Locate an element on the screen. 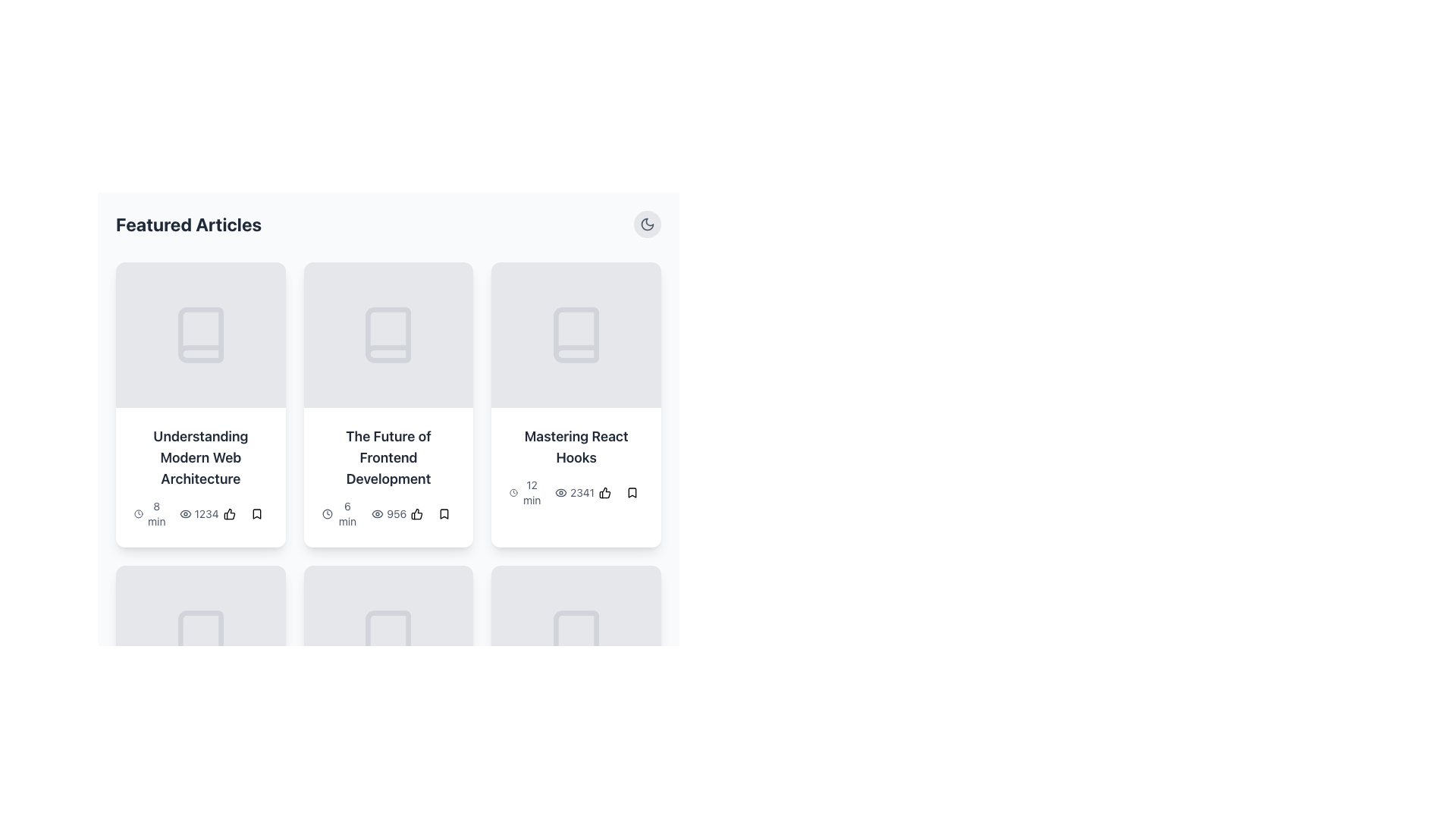 The height and width of the screenshot is (819, 1456). the bookmark icon in the composite UI element consisting of two buttons with icons located in the lower-right section of the card labeled 'Mastering React Hooks' is located at coordinates (619, 493).